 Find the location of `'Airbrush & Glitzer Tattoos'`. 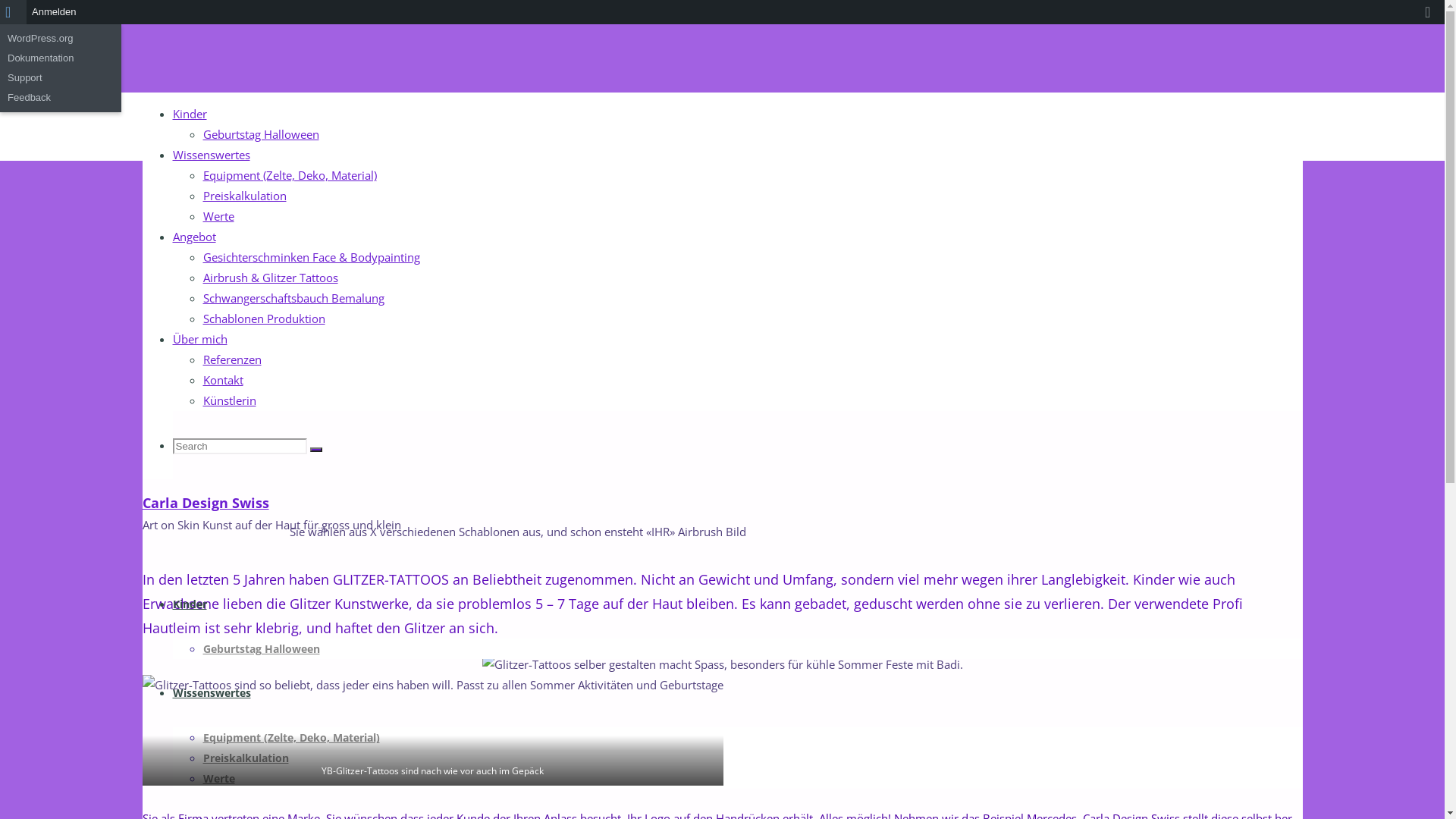

'Airbrush & Glitzer Tattoos' is located at coordinates (270, 278).